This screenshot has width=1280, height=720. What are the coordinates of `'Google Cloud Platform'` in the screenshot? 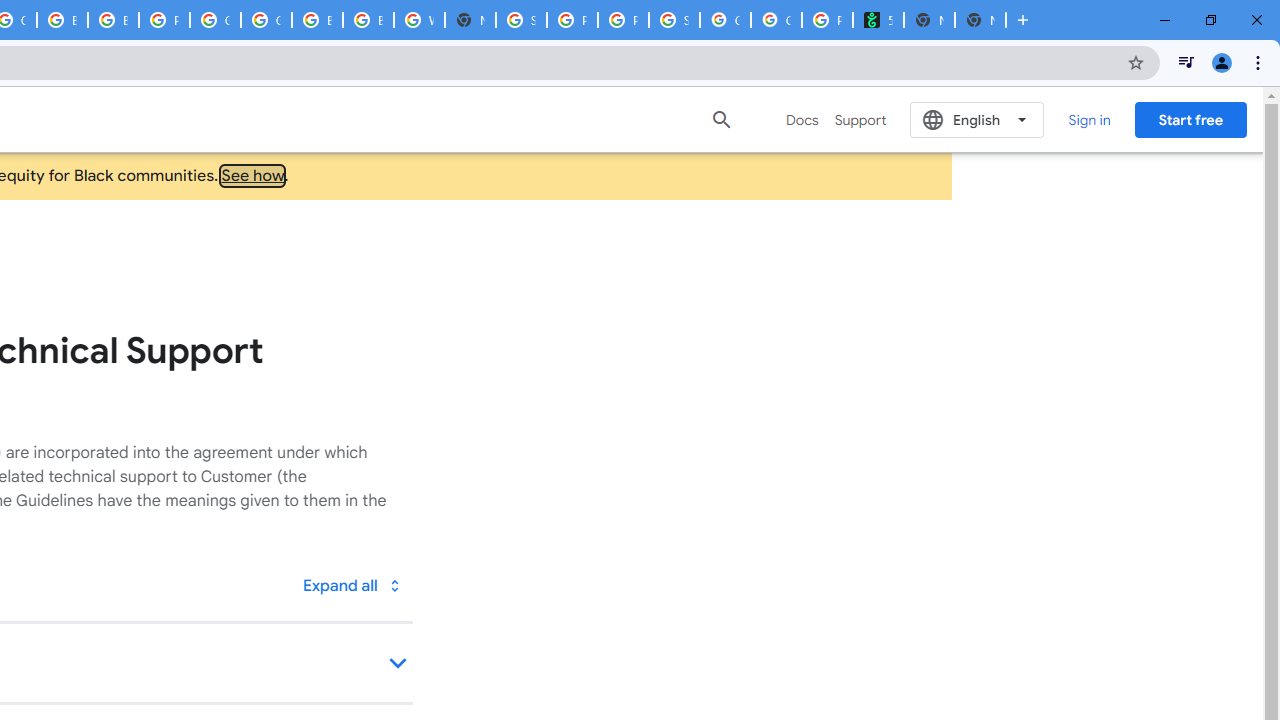 It's located at (265, 20).